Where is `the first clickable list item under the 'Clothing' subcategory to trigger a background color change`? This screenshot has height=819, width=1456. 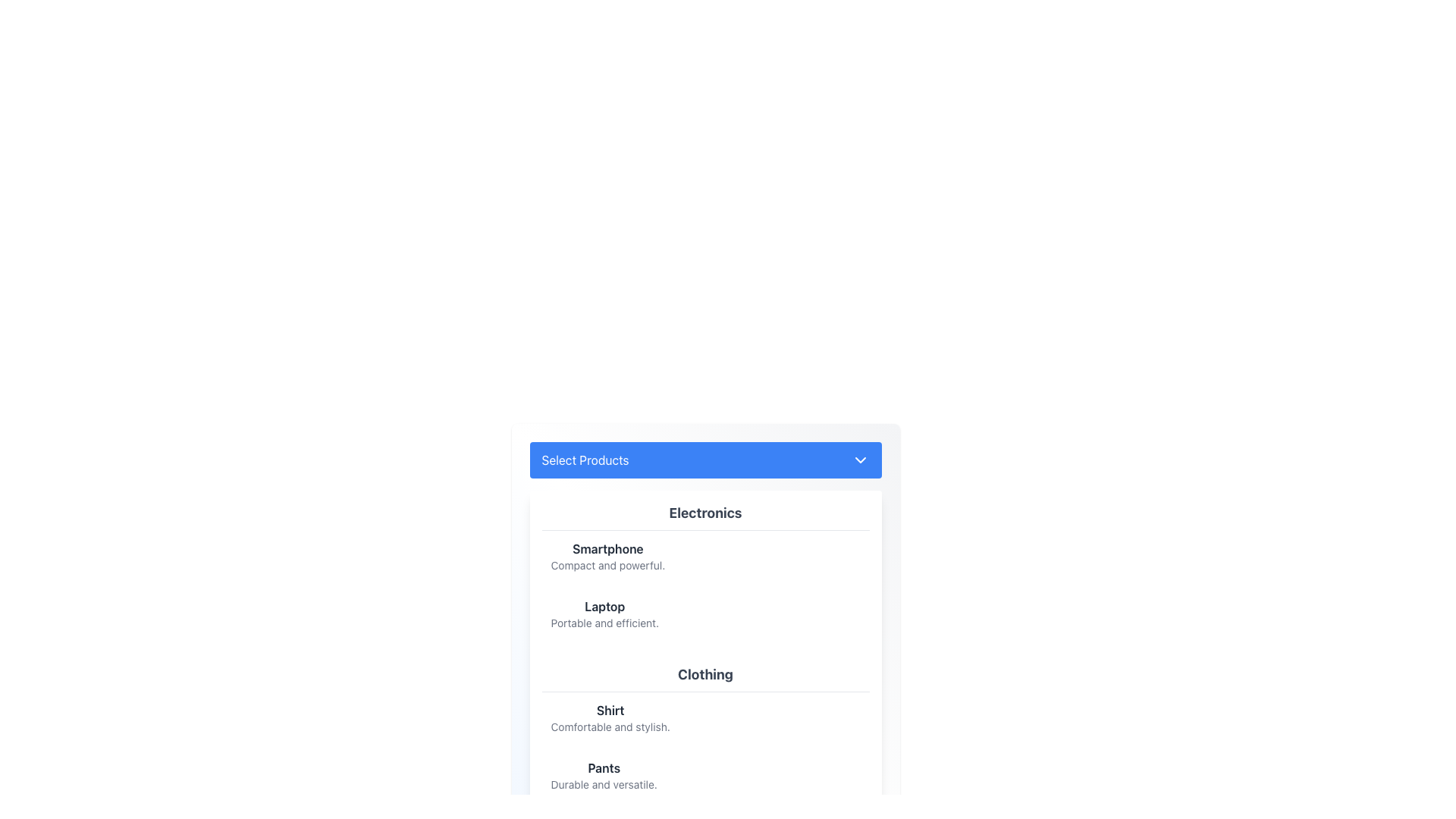
the first clickable list item under the 'Clothing' subcategory to trigger a background color change is located at coordinates (704, 717).